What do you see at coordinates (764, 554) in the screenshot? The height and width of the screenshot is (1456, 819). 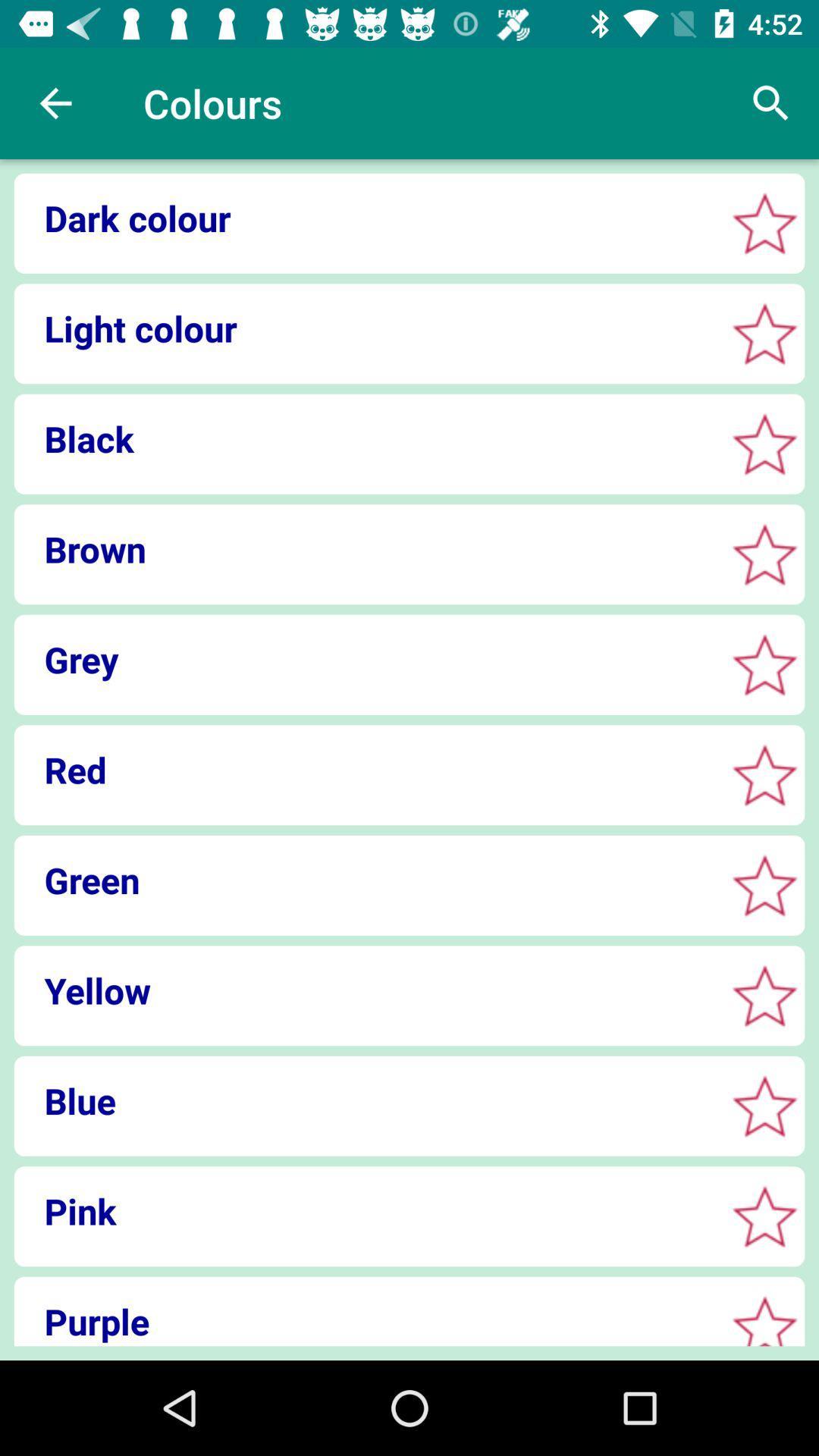 I see `the star is used to select the option` at bounding box center [764, 554].